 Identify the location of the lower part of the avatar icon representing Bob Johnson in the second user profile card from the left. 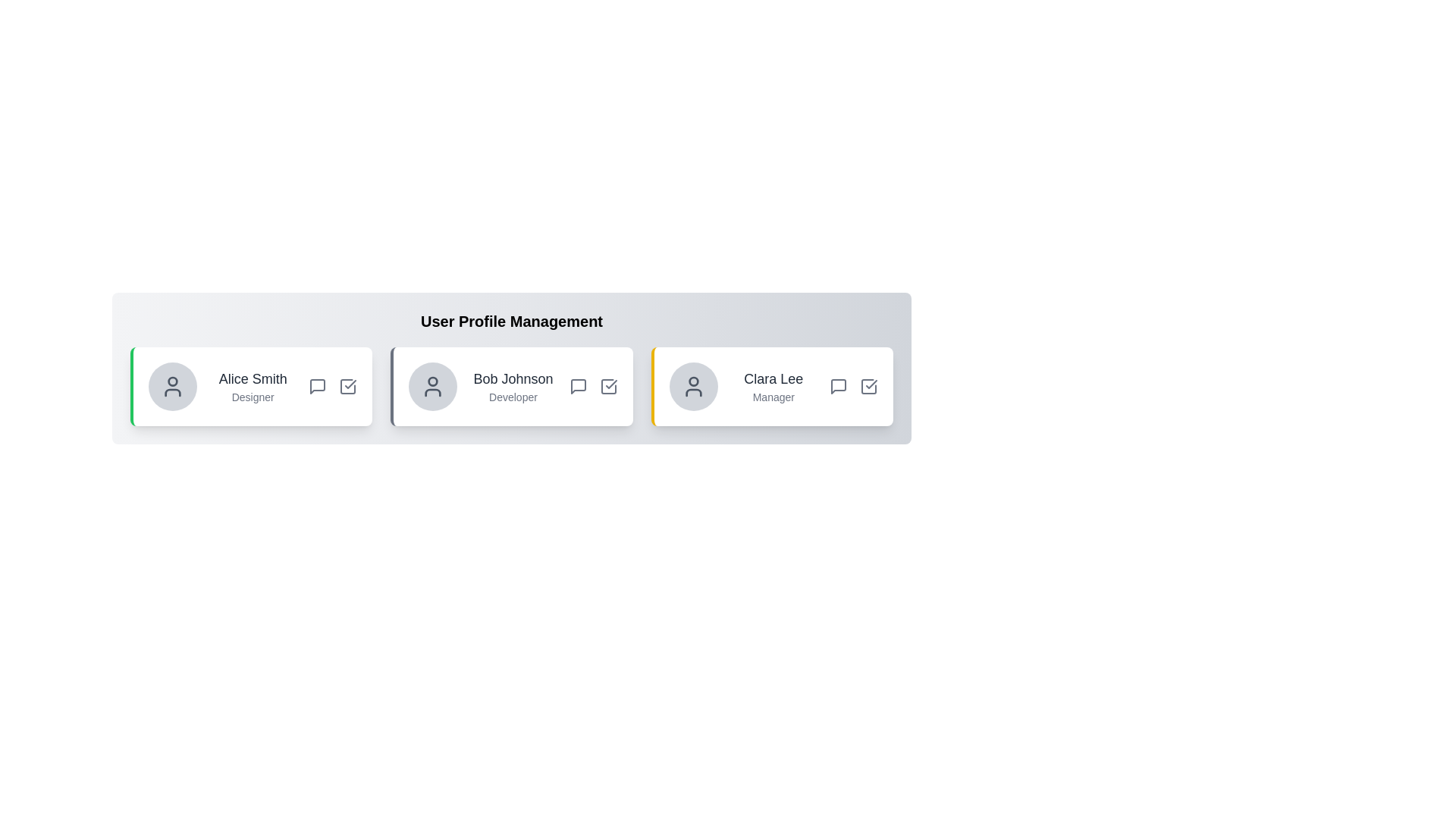
(432, 391).